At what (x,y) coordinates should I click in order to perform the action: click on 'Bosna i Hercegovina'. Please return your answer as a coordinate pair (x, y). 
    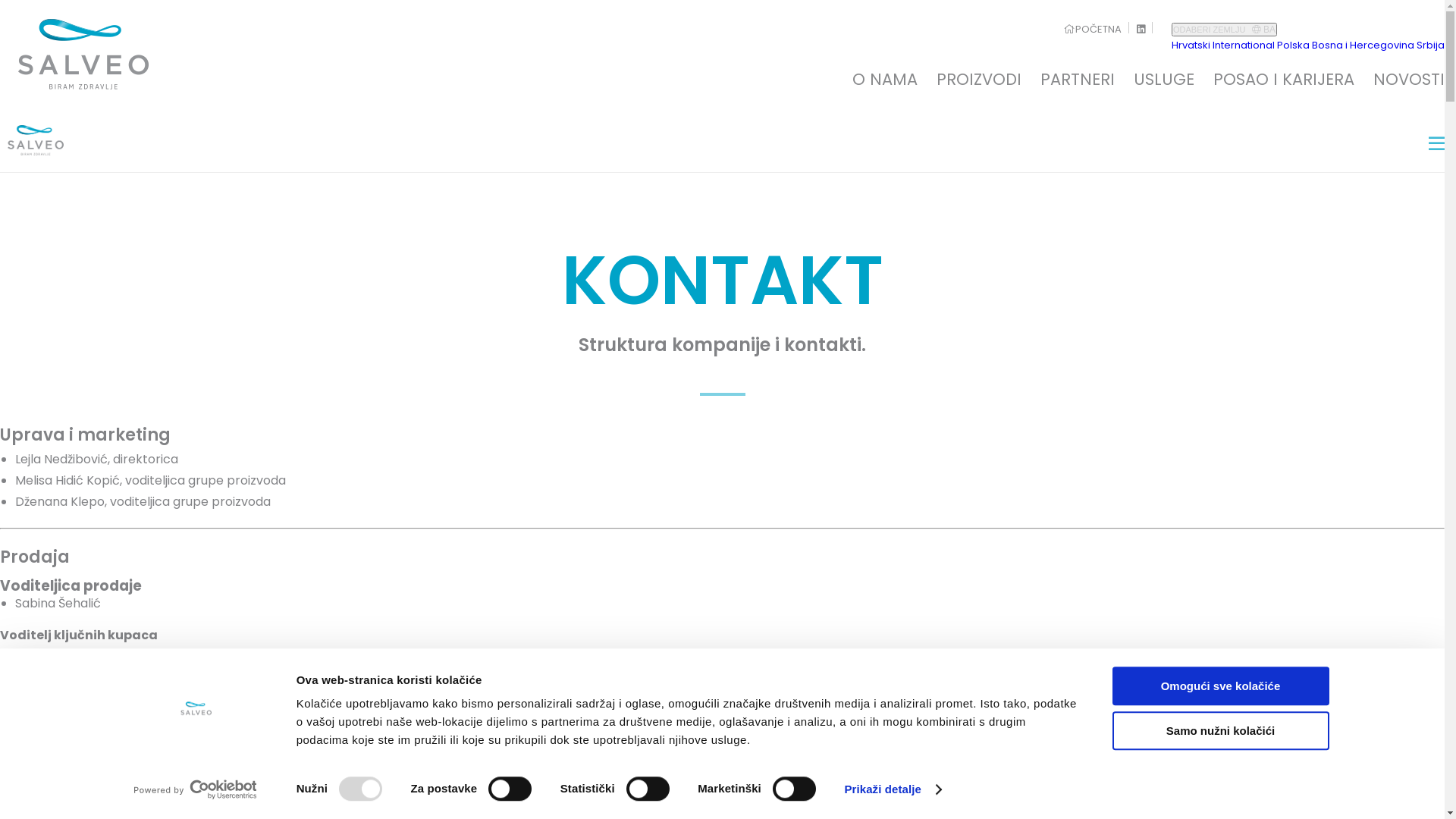
    Looking at the image, I should click on (1363, 44).